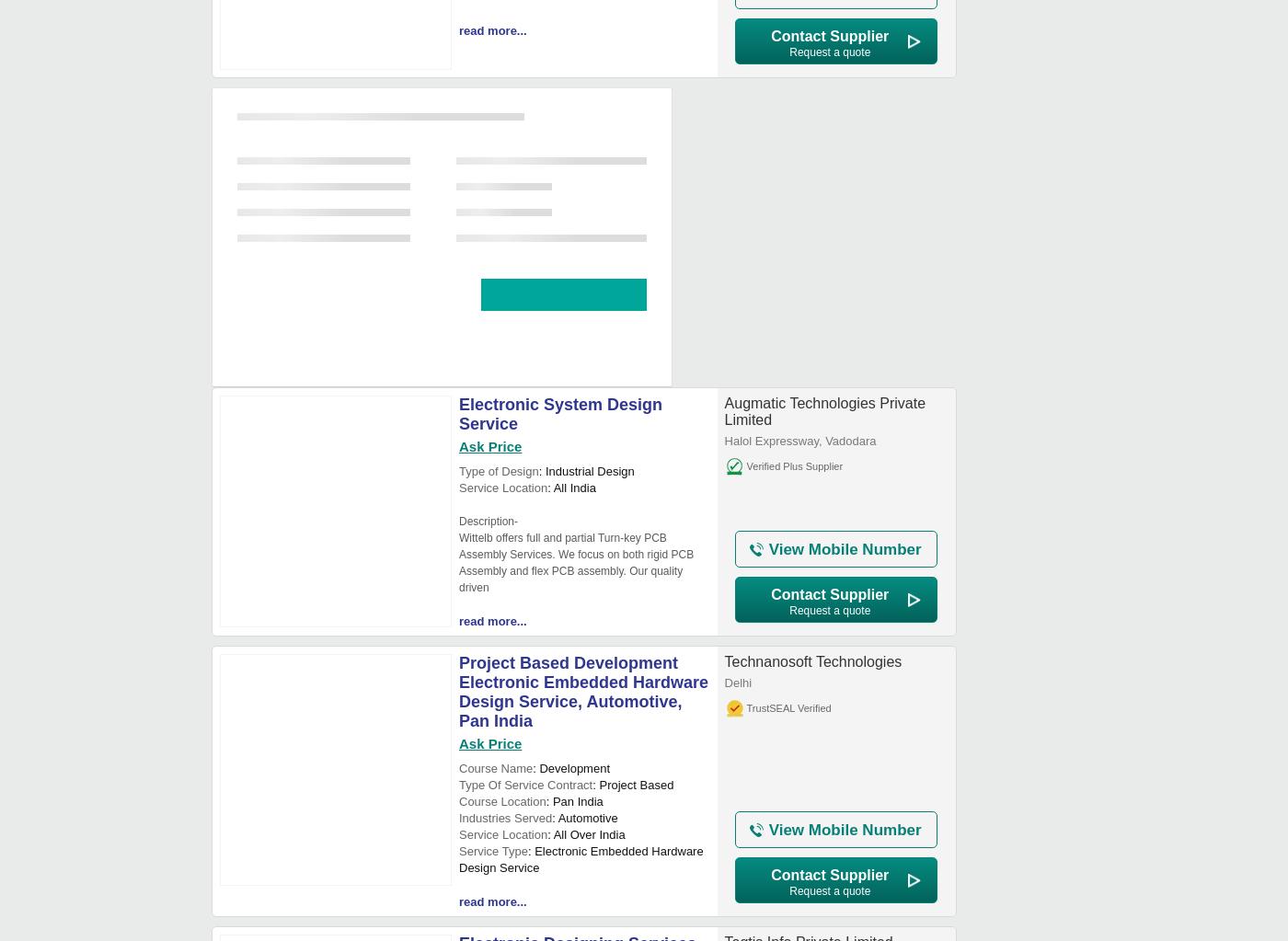 The width and height of the screenshot is (1288, 941). I want to click on ':  Industrial Design', so click(586, 471).